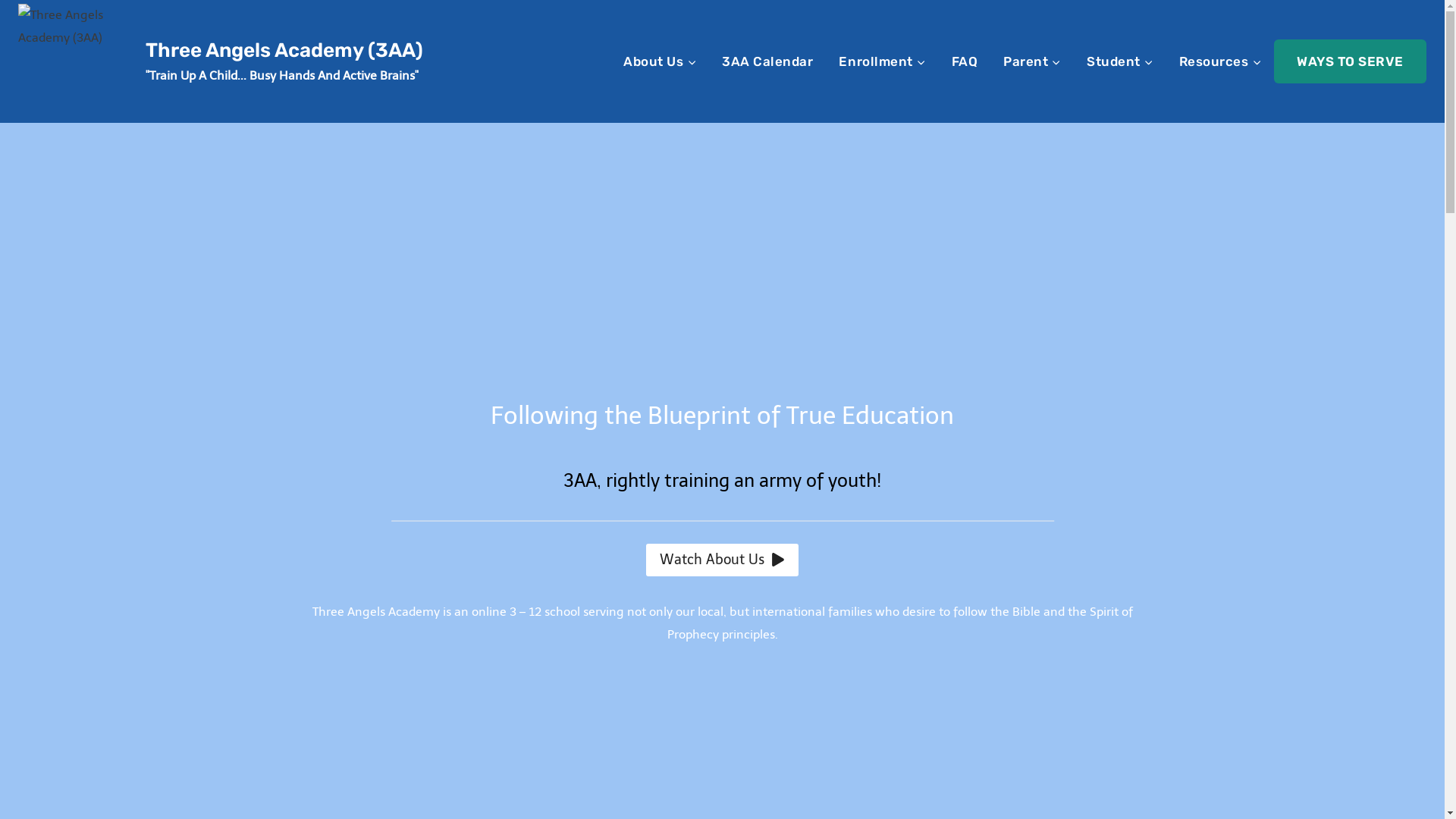 This screenshot has height=819, width=1456. Describe the element at coordinates (767, 60) in the screenshot. I see `'3AA Calendar'` at that location.